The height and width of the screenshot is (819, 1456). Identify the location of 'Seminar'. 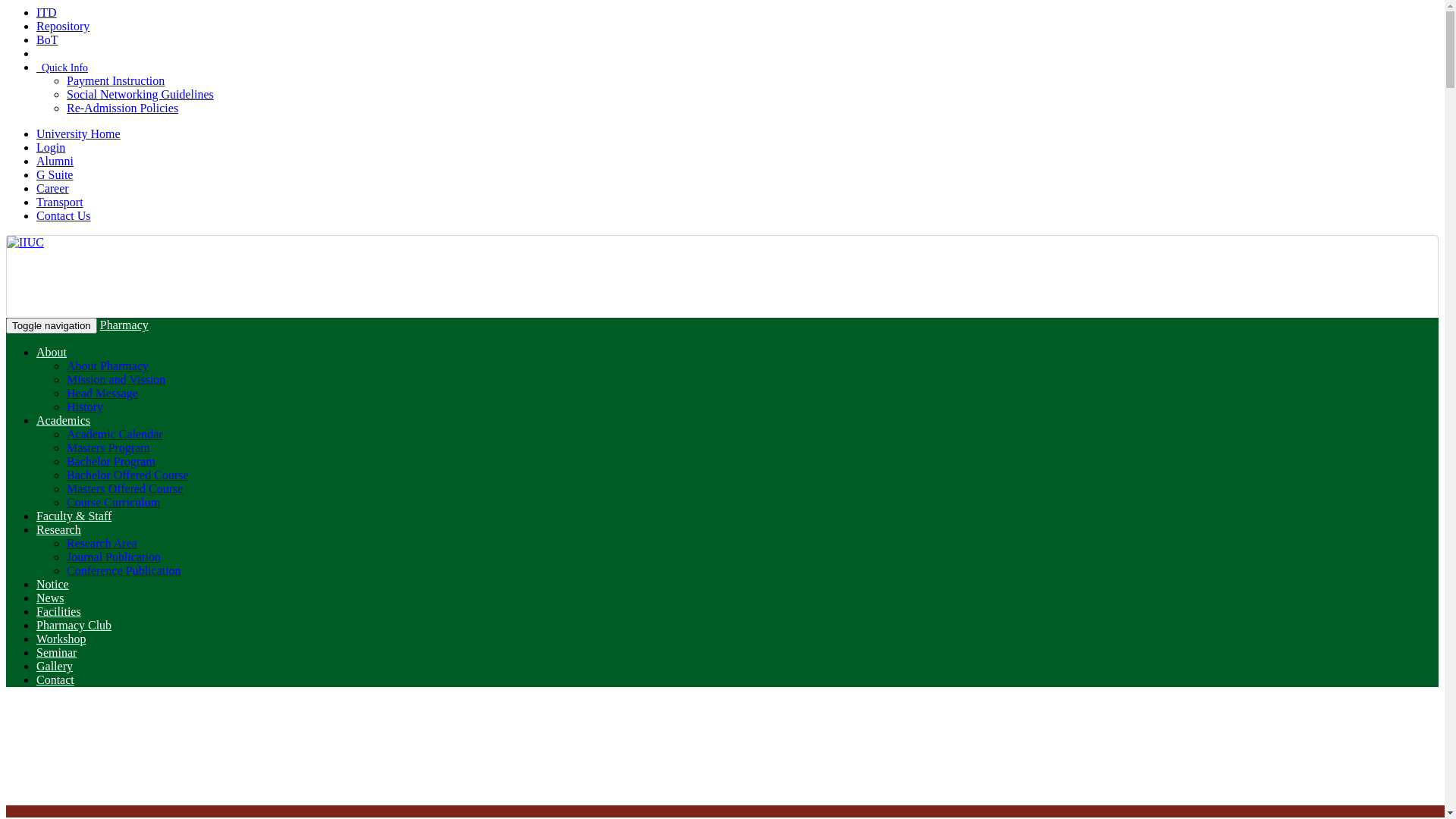
(56, 651).